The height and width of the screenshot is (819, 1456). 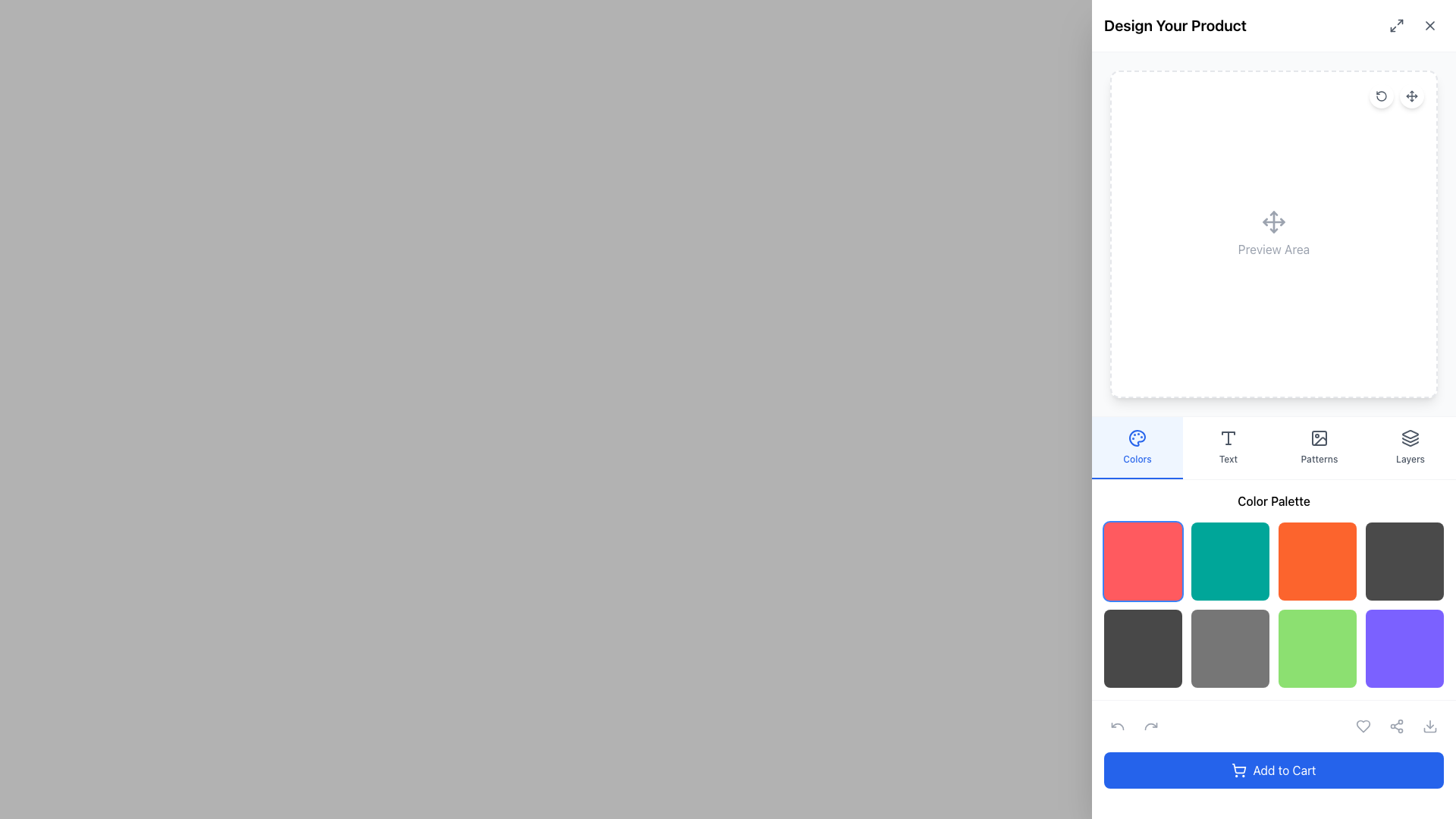 What do you see at coordinates (1150, 725) in the screenshot?
I see `the redo button located in the top-right corner of the interface, which is the second button in a horizontally aligned group of action icons, to redo the last action performed in the editor` at bounding box center [1150, 725].